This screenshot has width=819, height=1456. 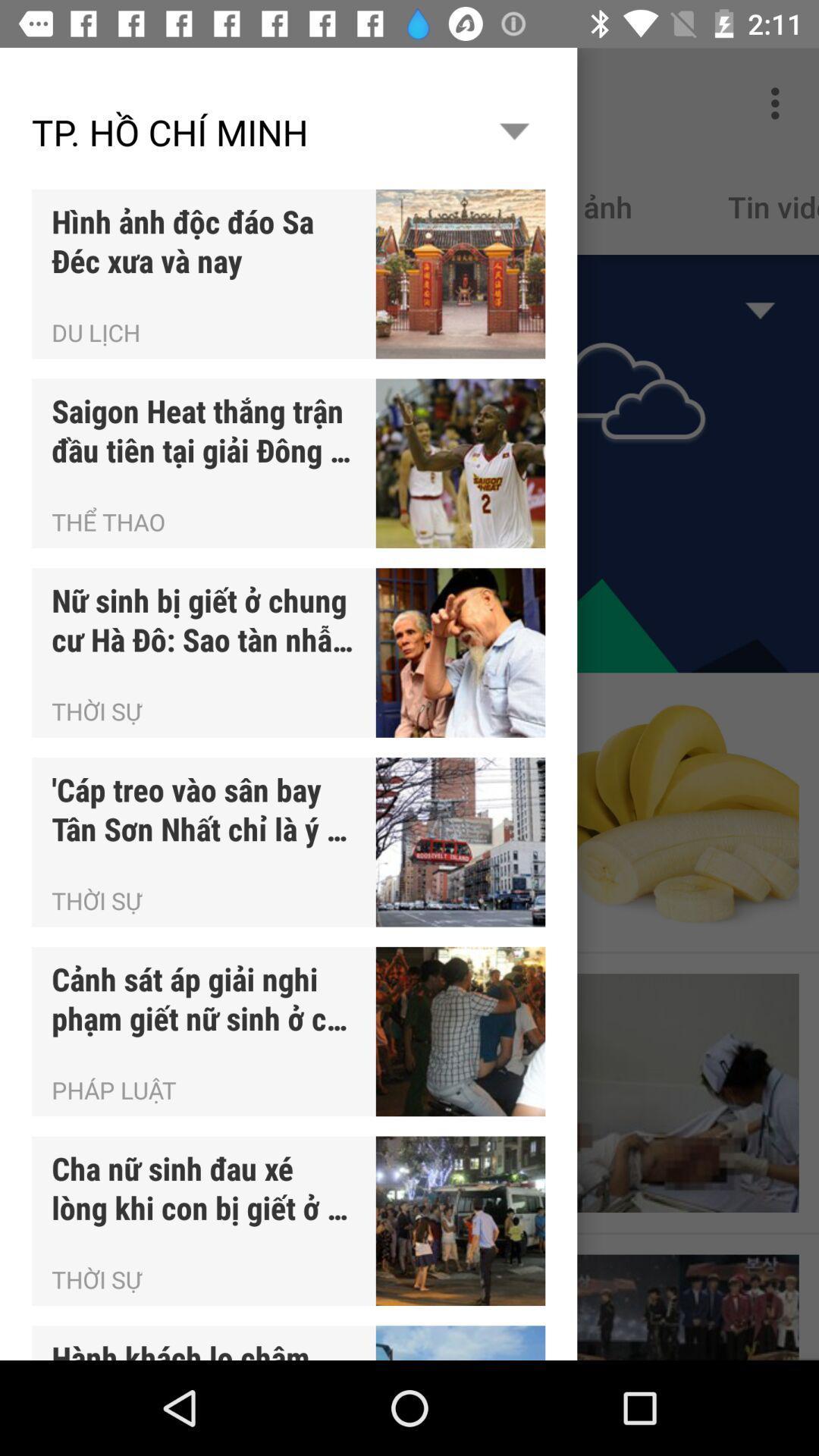 What do you see at coordinates (679, 1307) in the screenshot?
I see `the bottom right corner image` at bounding box center [679, 1307].